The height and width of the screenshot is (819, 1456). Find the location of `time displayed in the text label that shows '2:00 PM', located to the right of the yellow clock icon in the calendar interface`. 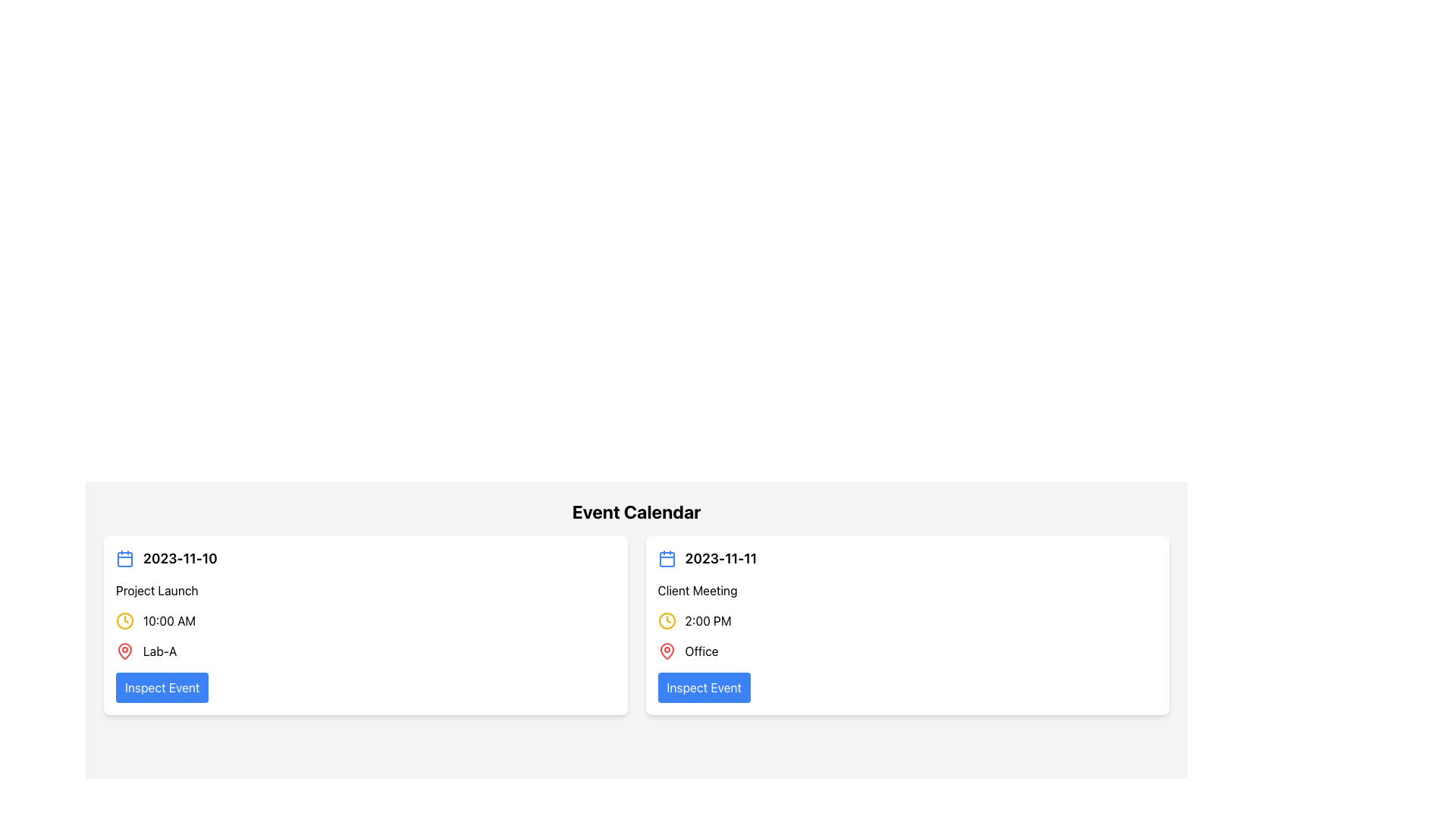

time displayed in the text label that shows '2:00 PM', located to the right of the yellow clock icon in the calendar interface is located at coordinates (708, 620).